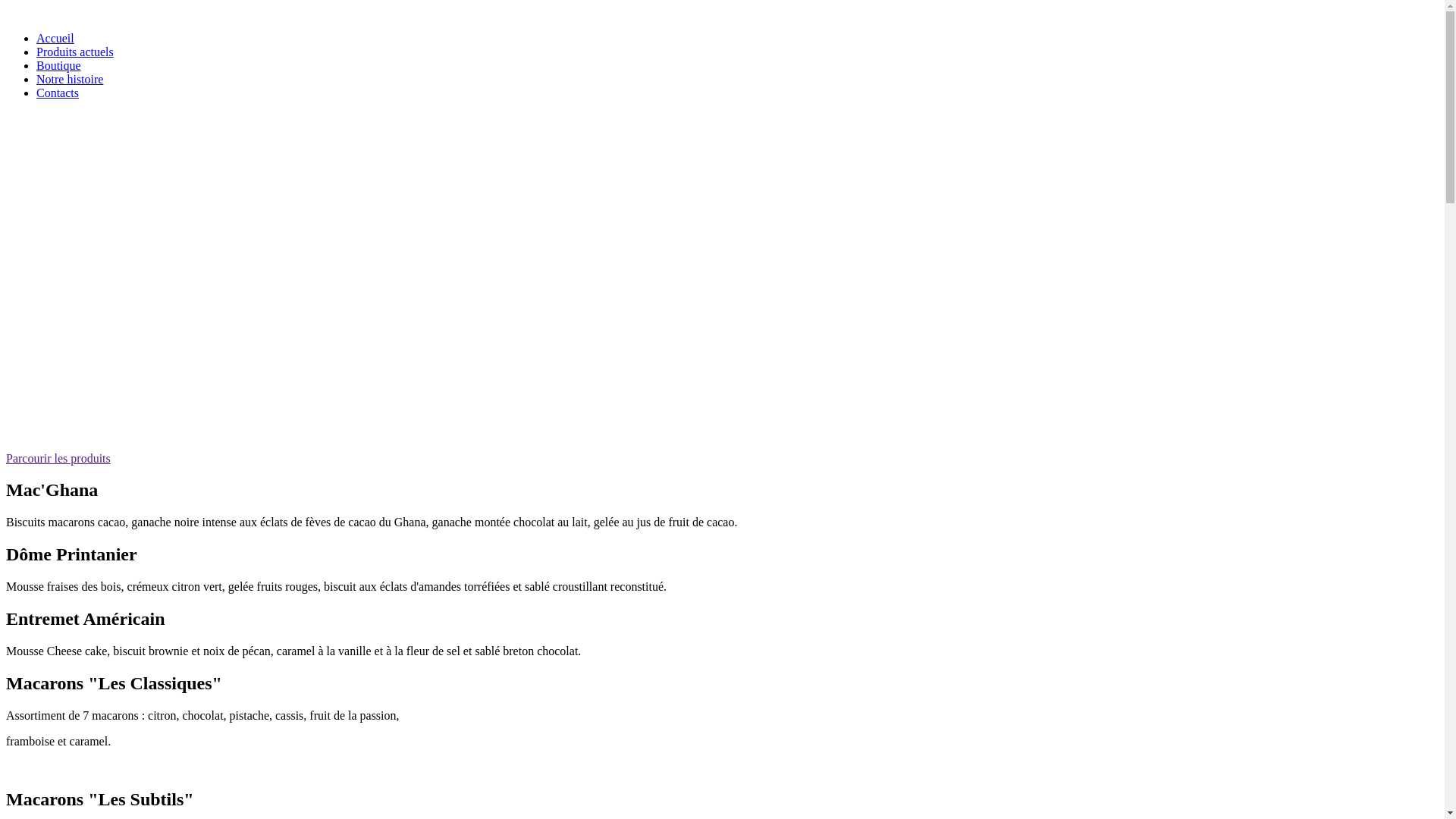  What do you see at coordinates (36, 64) in the screenshot?
I see `'Boutique'` at bounding box center [36, 64].